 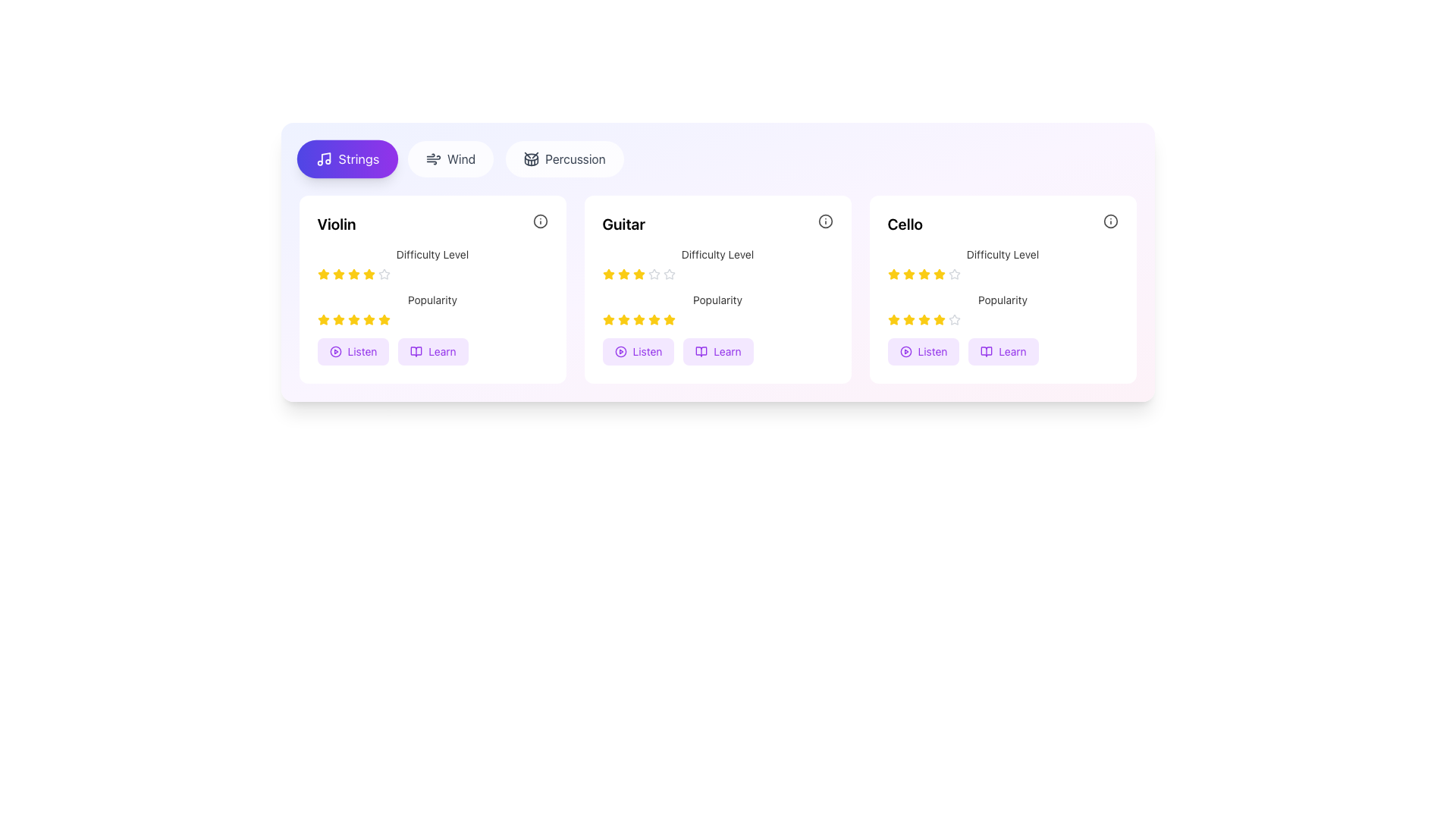 What do you see at coordinates (893, 318) in the screenshot?
I see `the first star icon in the five-star rating system under the 'Popularity' heading in the 'Cello' card` at bounding box center [893, 318].